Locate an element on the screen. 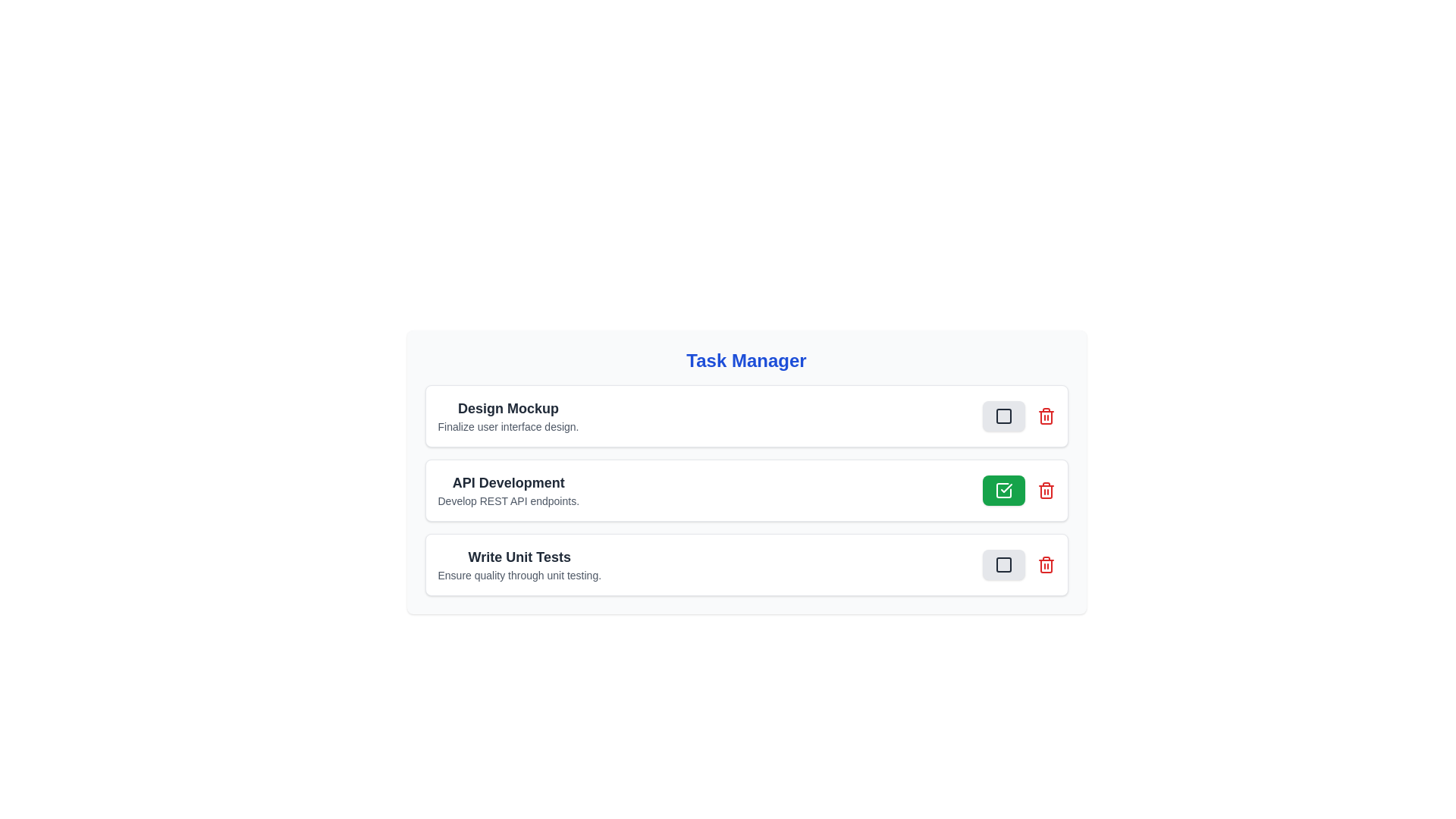  the composite text element titled 'Write Unit Tests' with the description 'Ensure quality through unit testing.' located in the third task card of the task management interface is located at coordinates (519, 564).